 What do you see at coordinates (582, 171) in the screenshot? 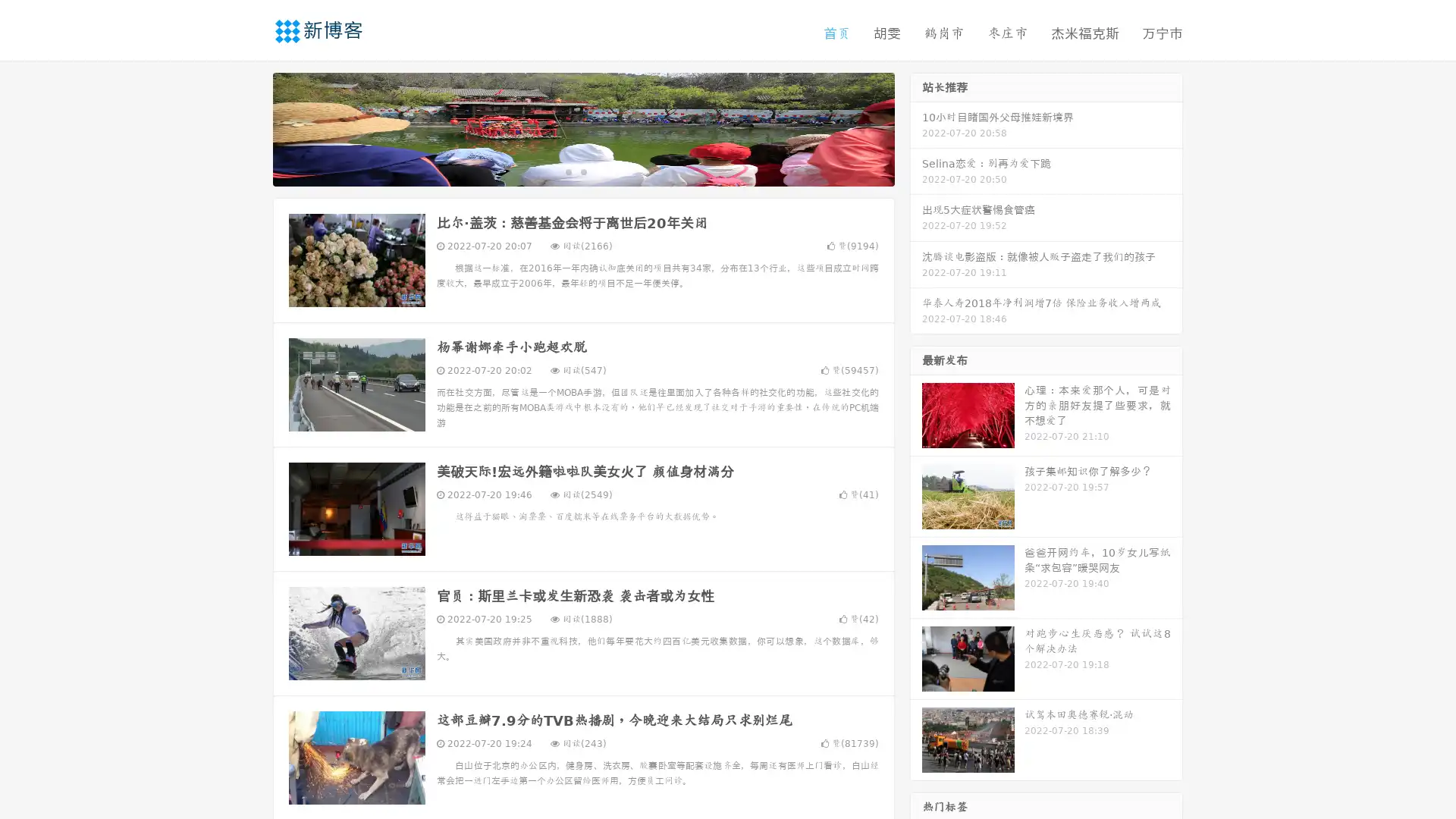
I see `Go to slide 2` at bounding box center [582, 171].